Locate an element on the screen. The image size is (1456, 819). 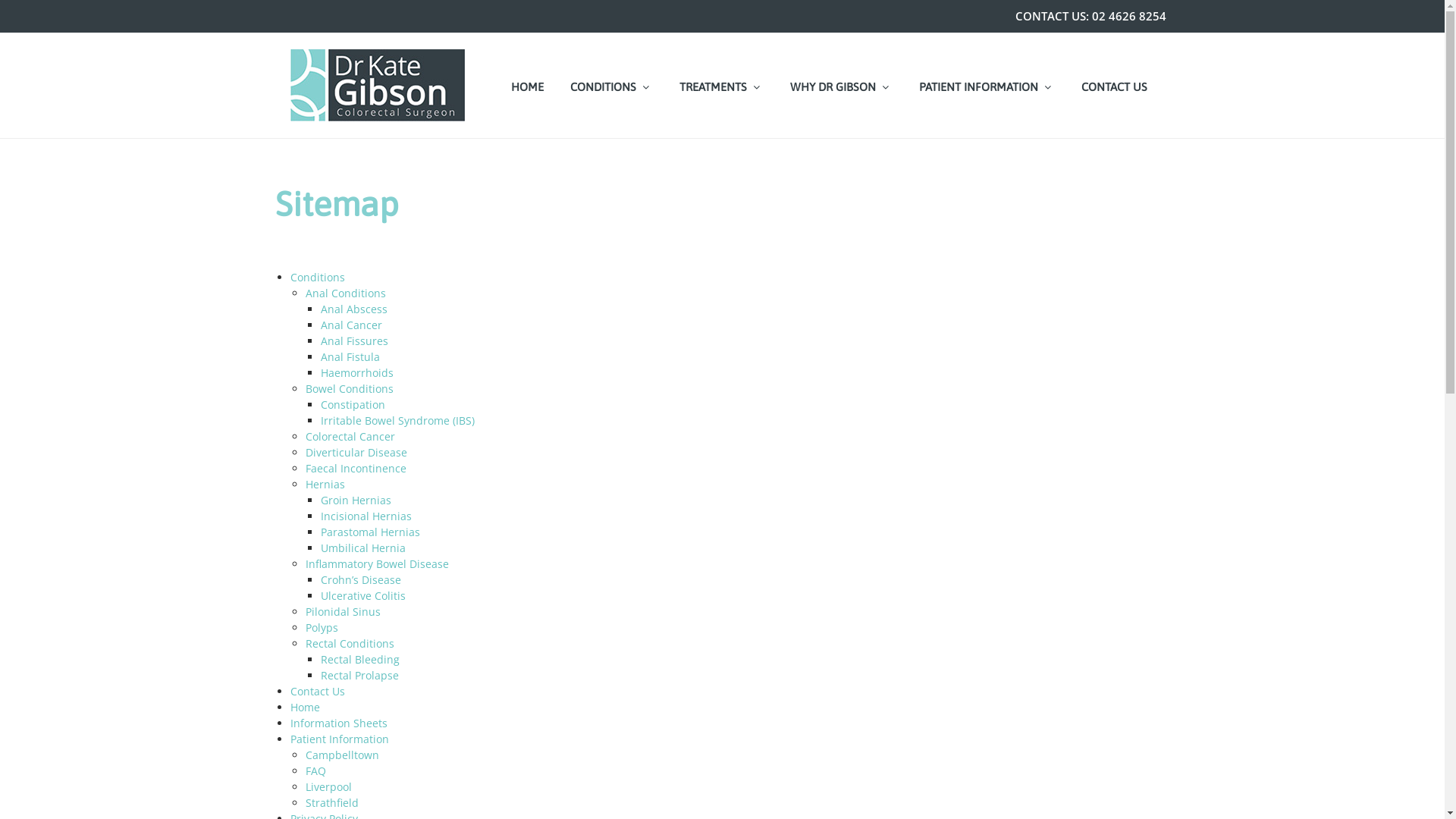
'Rectal Prolapse' is located at coordinates (319, 674).